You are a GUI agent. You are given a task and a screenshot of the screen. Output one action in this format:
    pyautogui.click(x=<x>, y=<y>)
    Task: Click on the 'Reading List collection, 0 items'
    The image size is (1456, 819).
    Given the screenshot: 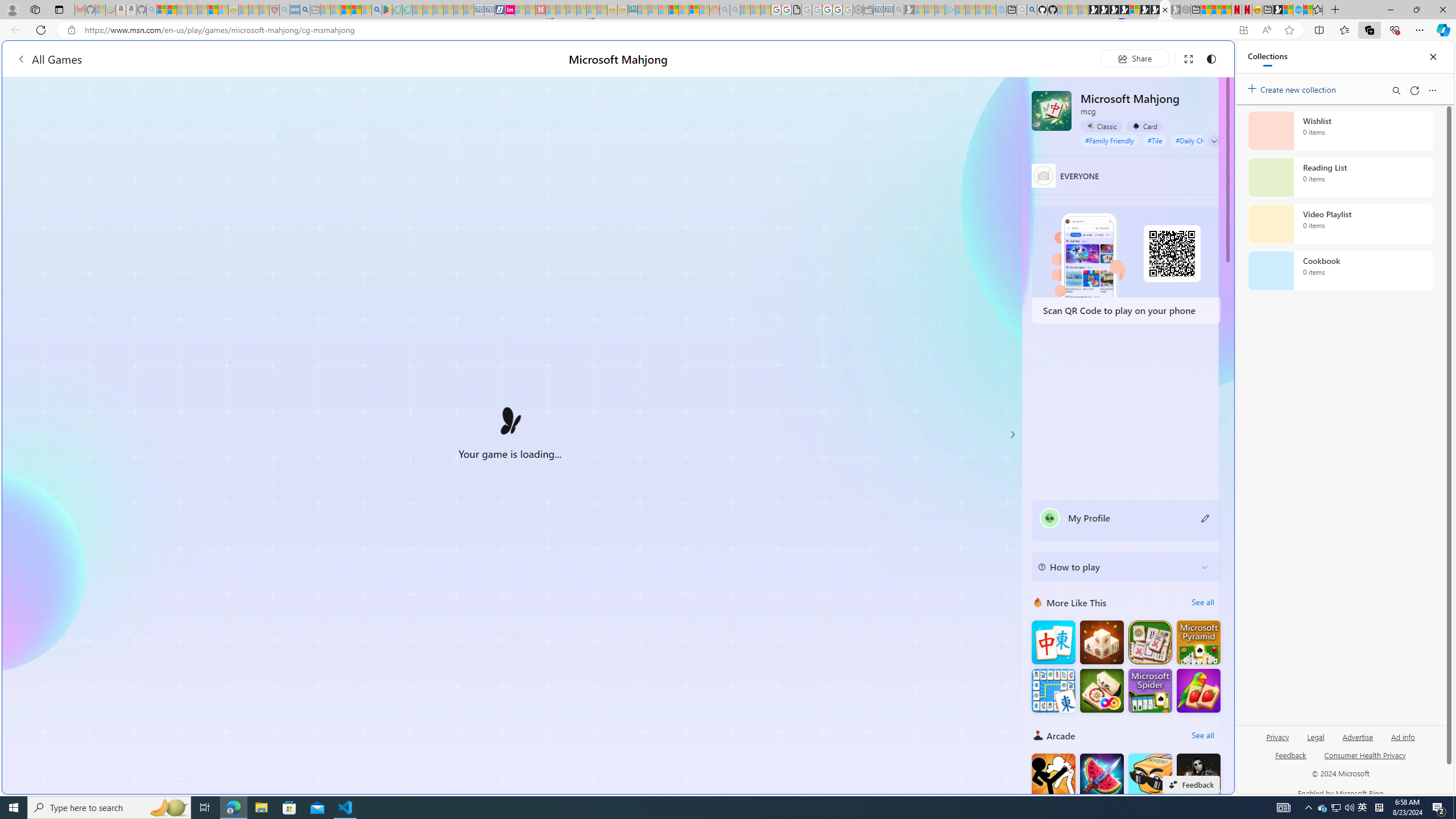 What is the action you would take?
    pyautogui.click(x=1340, y=176)
    